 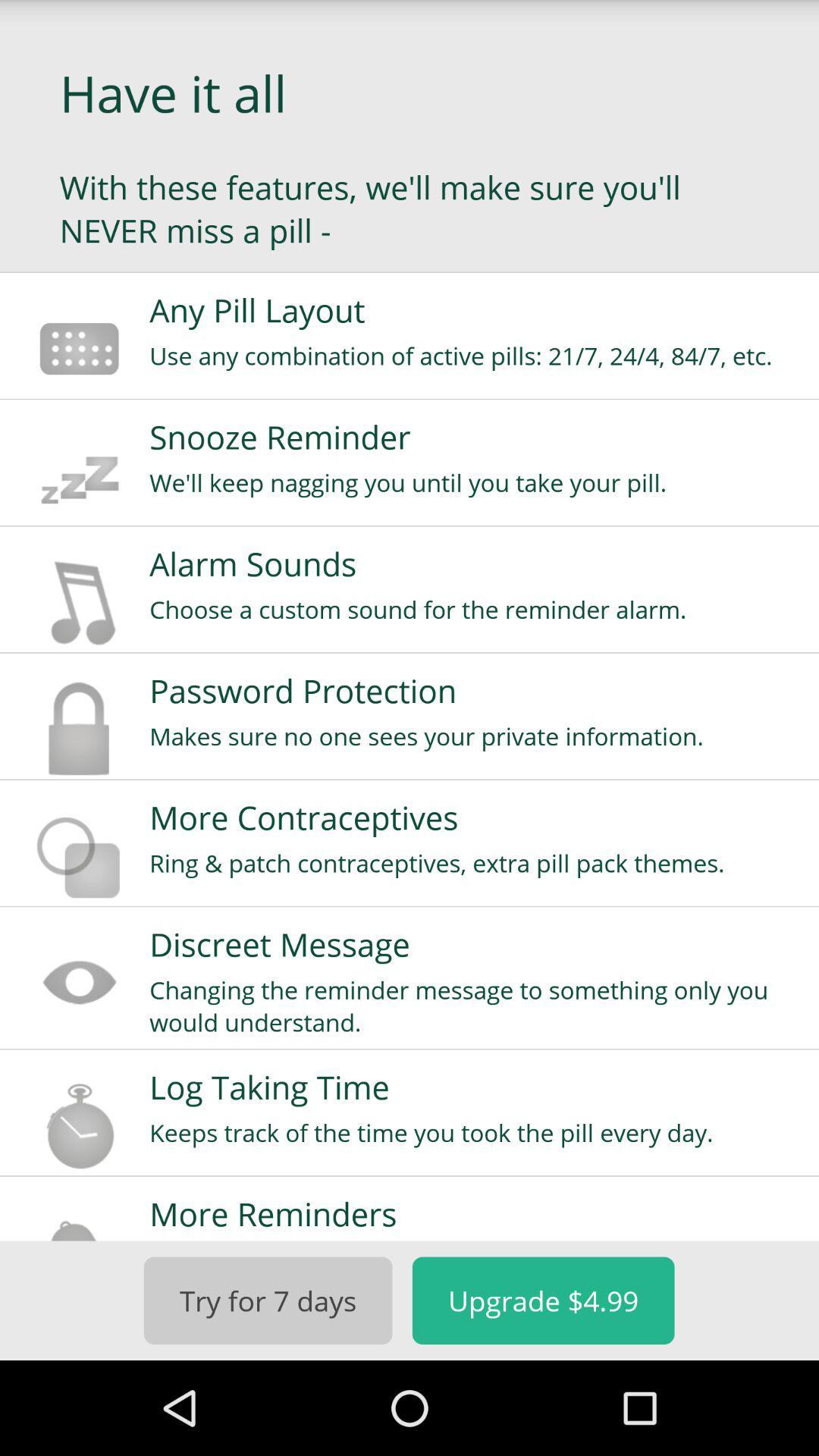 I want to click on app below choose a custom, so click(x=473, y=689).